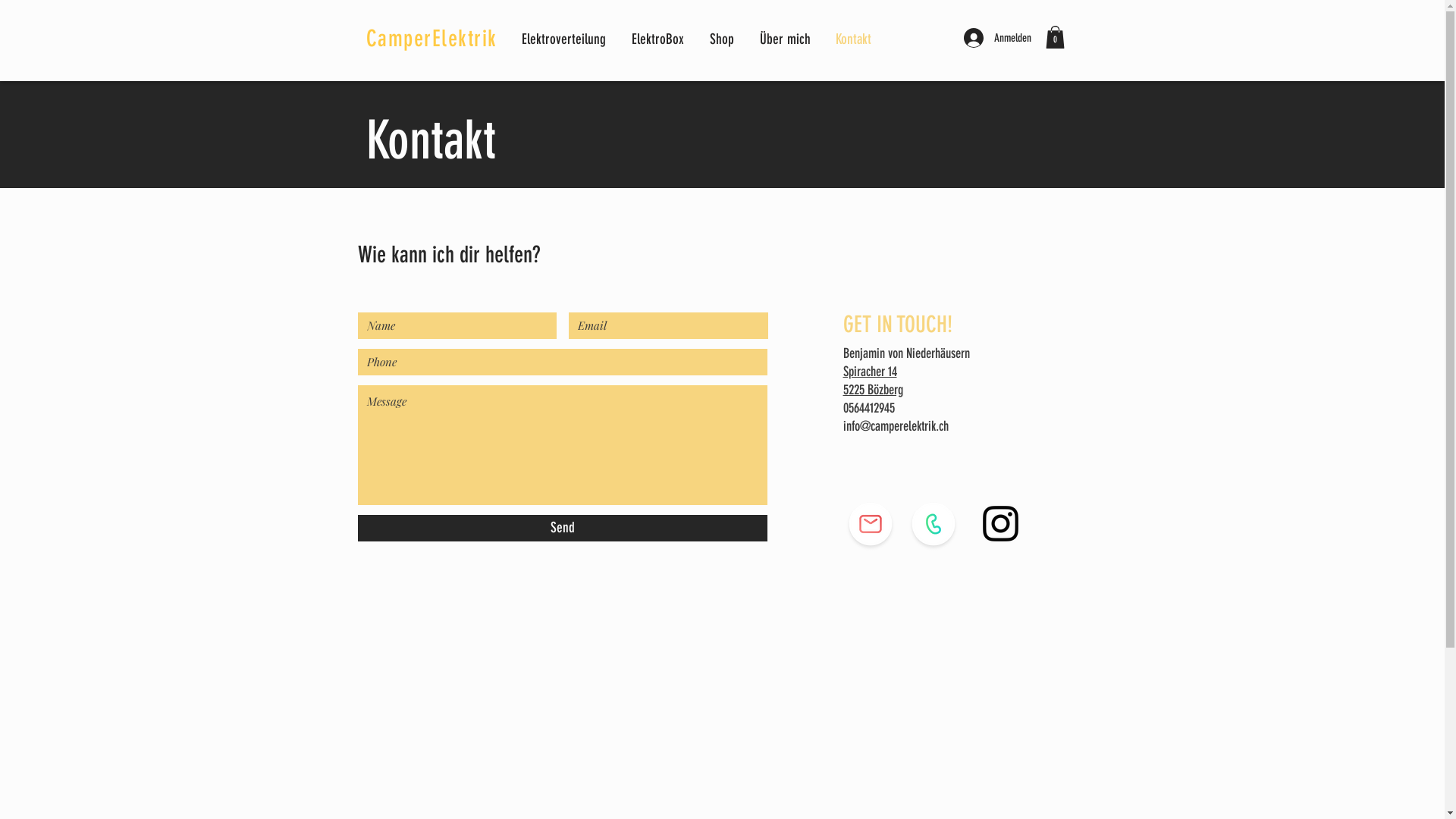 The height and width of the screenshot is (819, 1456). What do you see at coordinates (722, 38) in the screenshot?
I see `'Shop'` at bounding box center [722, 38].